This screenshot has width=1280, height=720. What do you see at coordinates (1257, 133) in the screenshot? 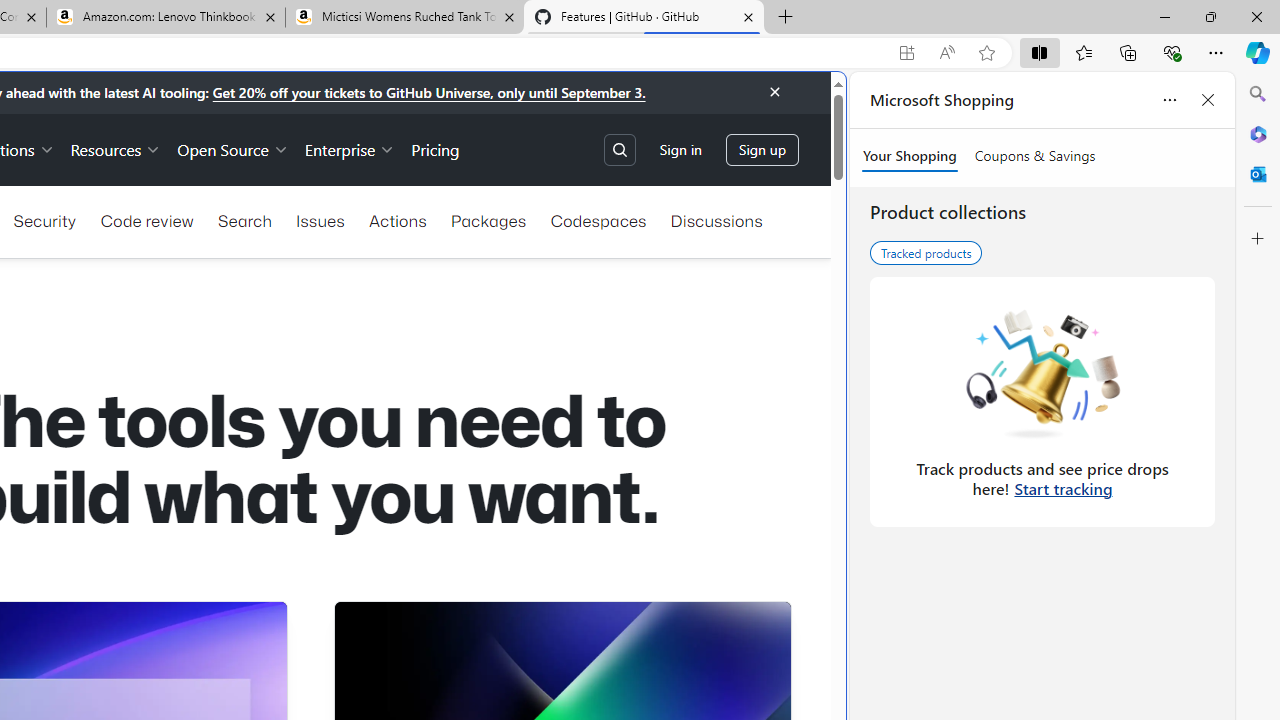
I see `'Microsoft 365'` at bounding box center [1257, 133].